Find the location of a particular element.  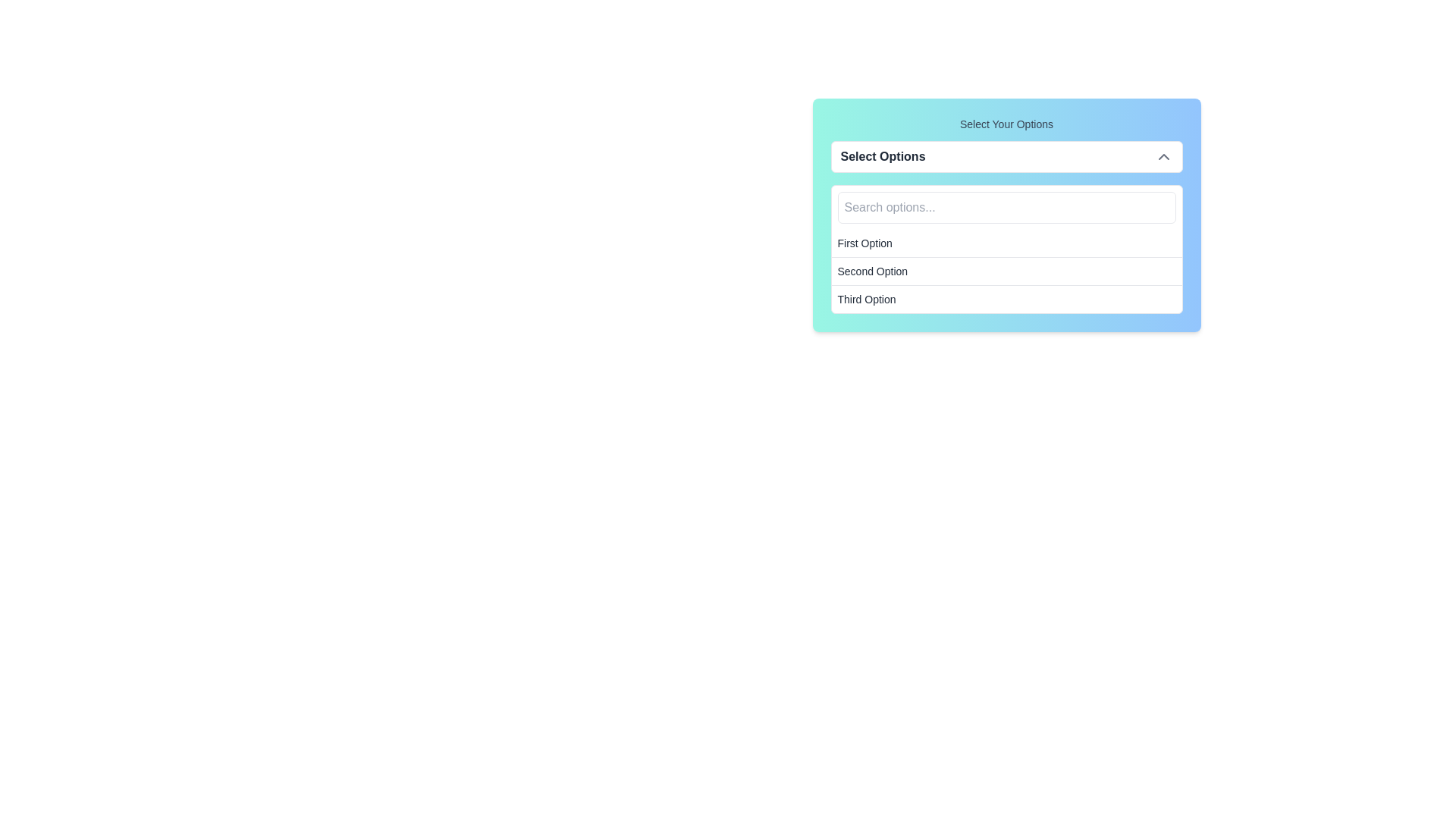

the upward arrow toggle button located at the rightmost position of the 'Select Options' dropdown menu is located at coordinates (1163, 157).